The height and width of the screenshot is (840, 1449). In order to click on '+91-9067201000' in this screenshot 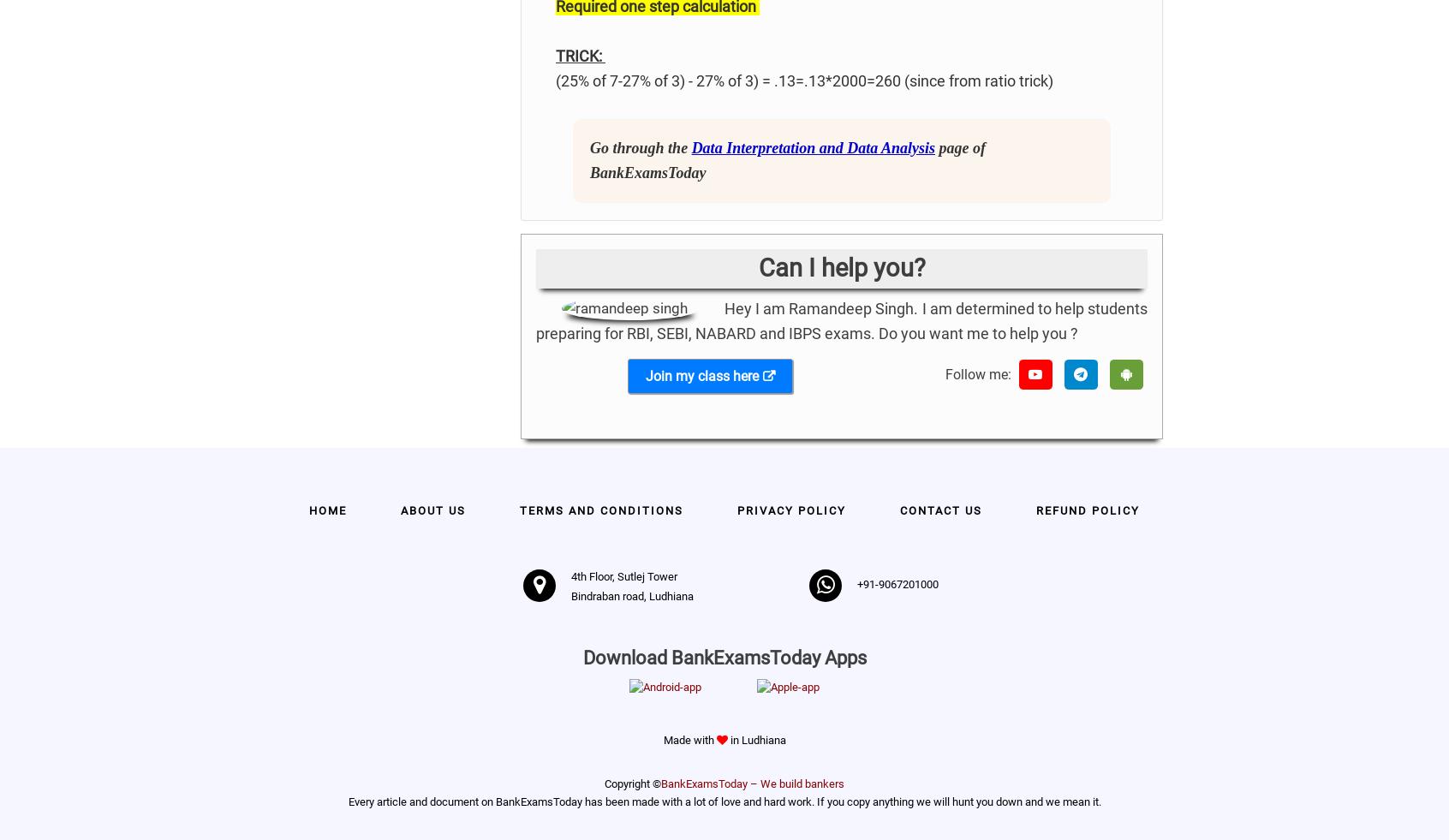, I will do `click(896, 584)`.